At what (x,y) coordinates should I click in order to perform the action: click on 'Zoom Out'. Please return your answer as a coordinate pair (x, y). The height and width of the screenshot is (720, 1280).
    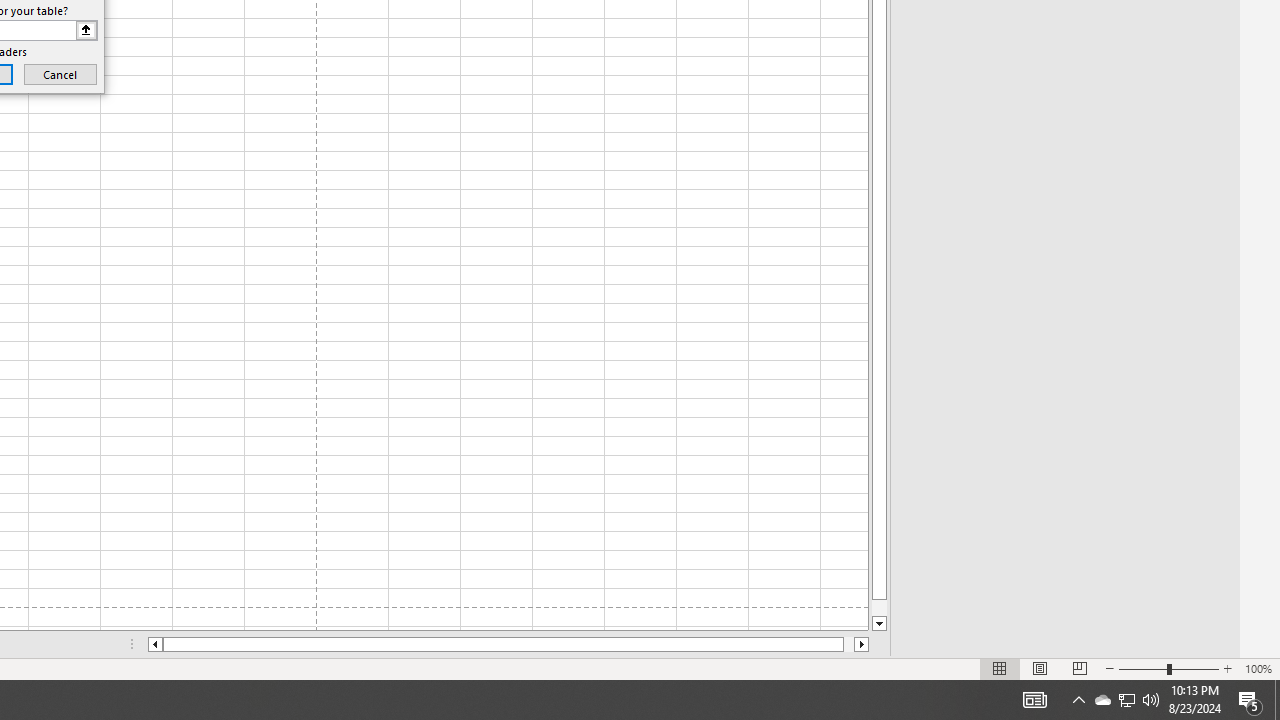
    Looking at the image, I should click on (1143, 669).